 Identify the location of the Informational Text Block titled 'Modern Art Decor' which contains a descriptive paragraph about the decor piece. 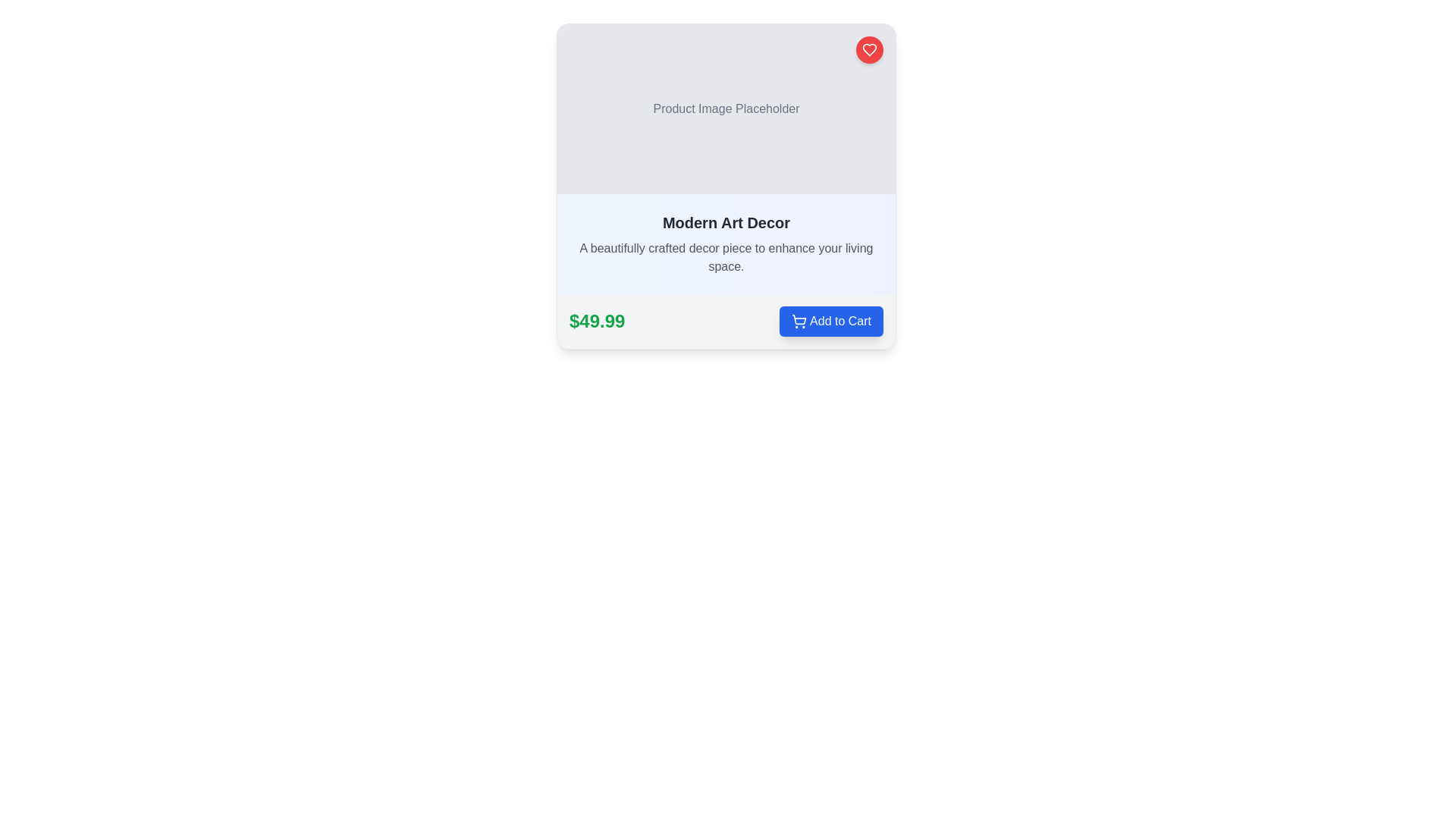
(726, 243).